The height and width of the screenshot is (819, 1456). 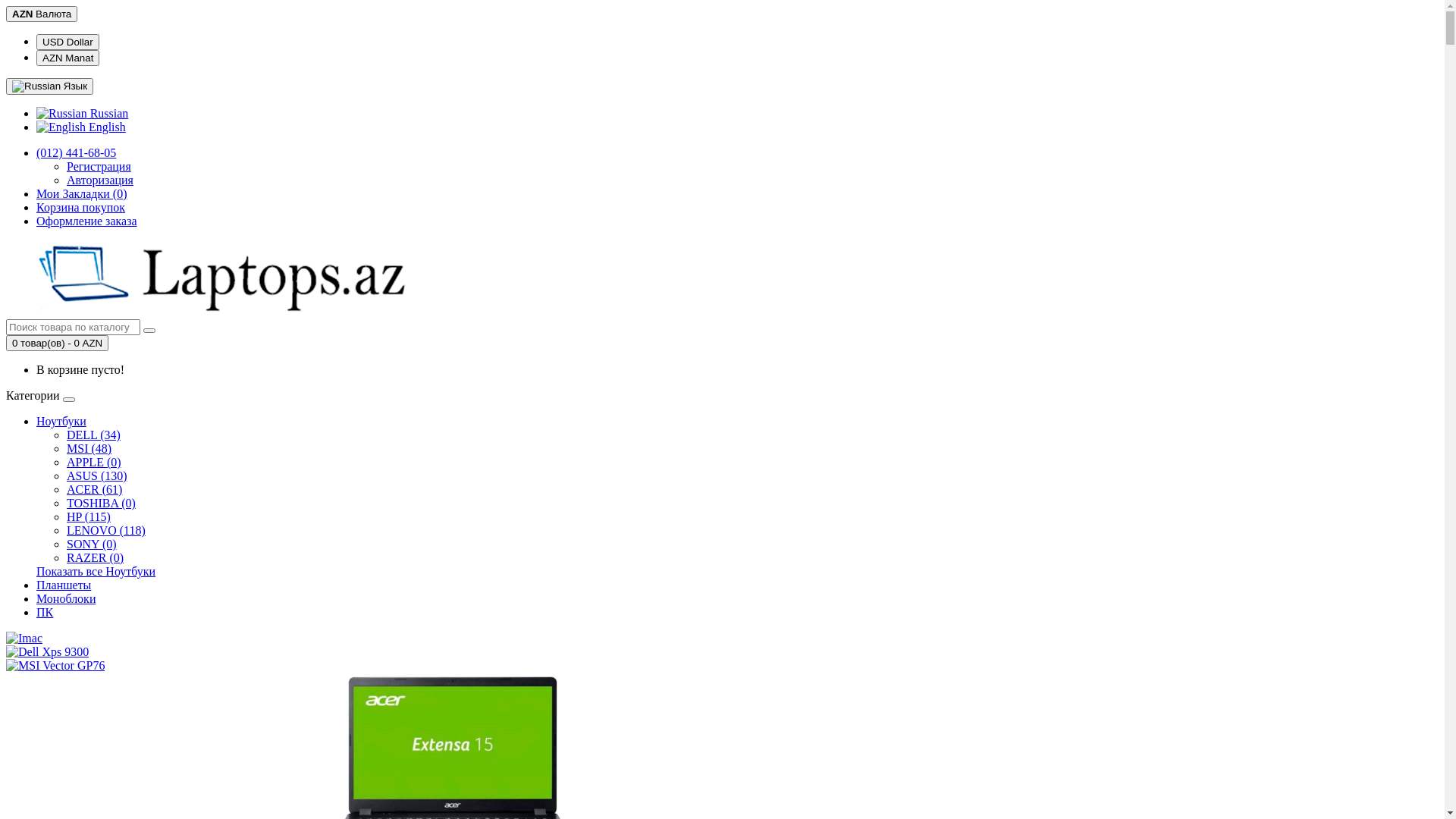 What do you see at coordinates (65, 516) in the screenshot?
I see `'HP (115)'` at bounding box center [65, 516].